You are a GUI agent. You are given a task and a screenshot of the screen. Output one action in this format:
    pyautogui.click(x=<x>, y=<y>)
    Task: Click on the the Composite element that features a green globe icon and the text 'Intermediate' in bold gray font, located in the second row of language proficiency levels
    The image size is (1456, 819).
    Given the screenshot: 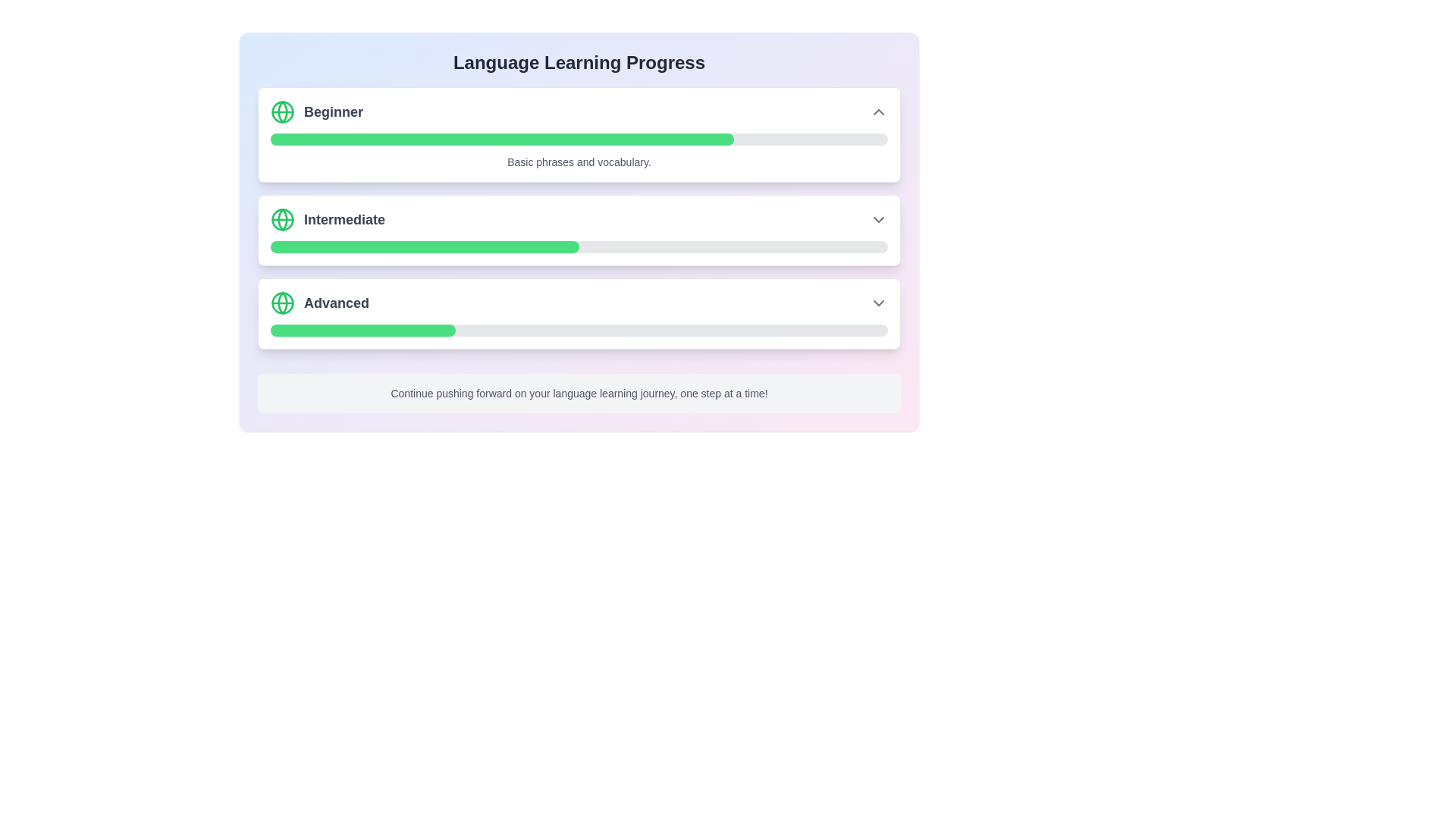 What is the action you would take?
    pyautogui.click(x=327, y=219)
    